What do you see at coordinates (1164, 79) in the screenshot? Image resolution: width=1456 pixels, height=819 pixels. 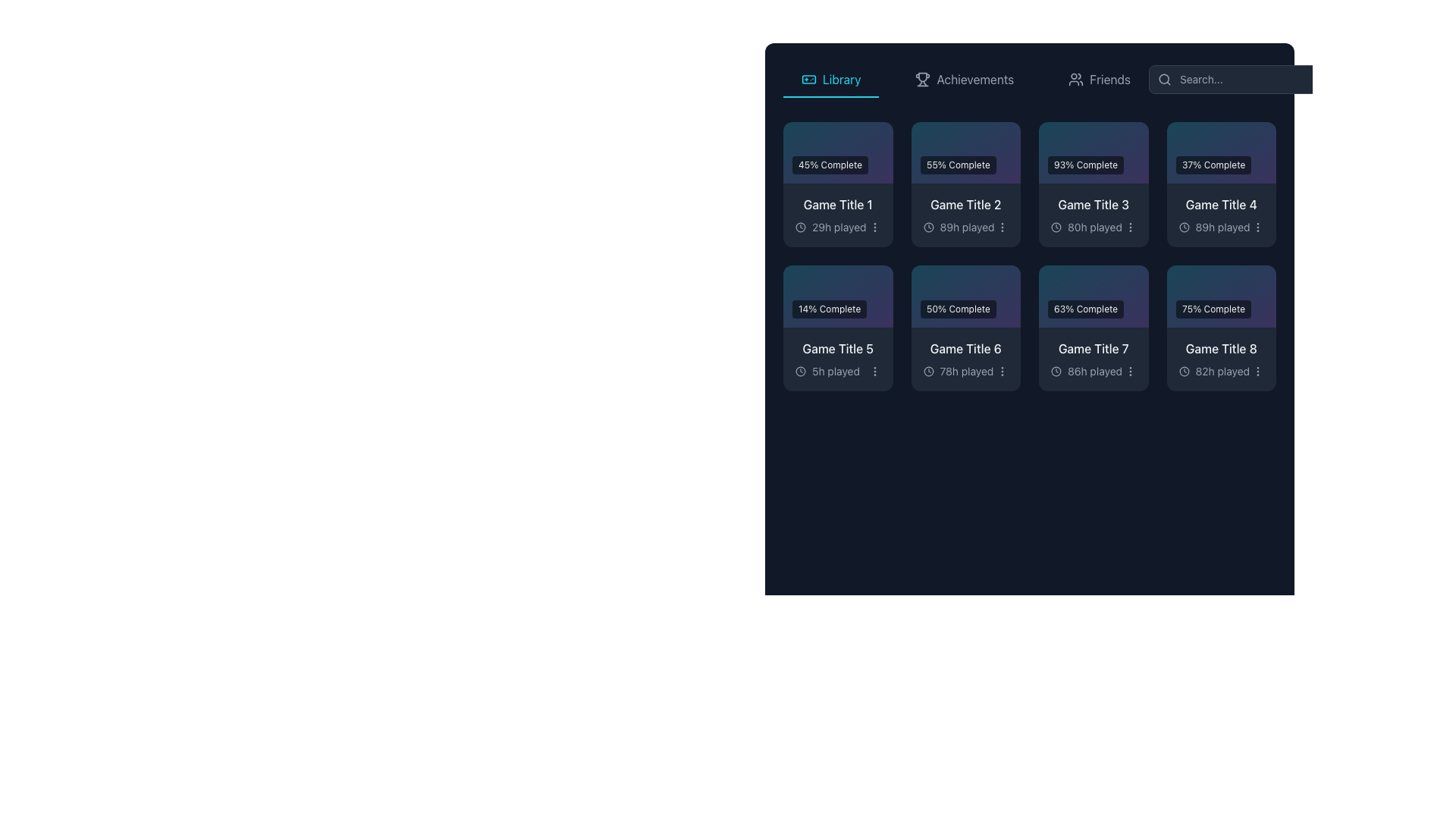 I see `the search icon represented as a magnifying glass, which is located inside the search bar towards the left edge of the input field, vertically centered with the placeholder text 'Search...'` at bounding box center [1164, 79].